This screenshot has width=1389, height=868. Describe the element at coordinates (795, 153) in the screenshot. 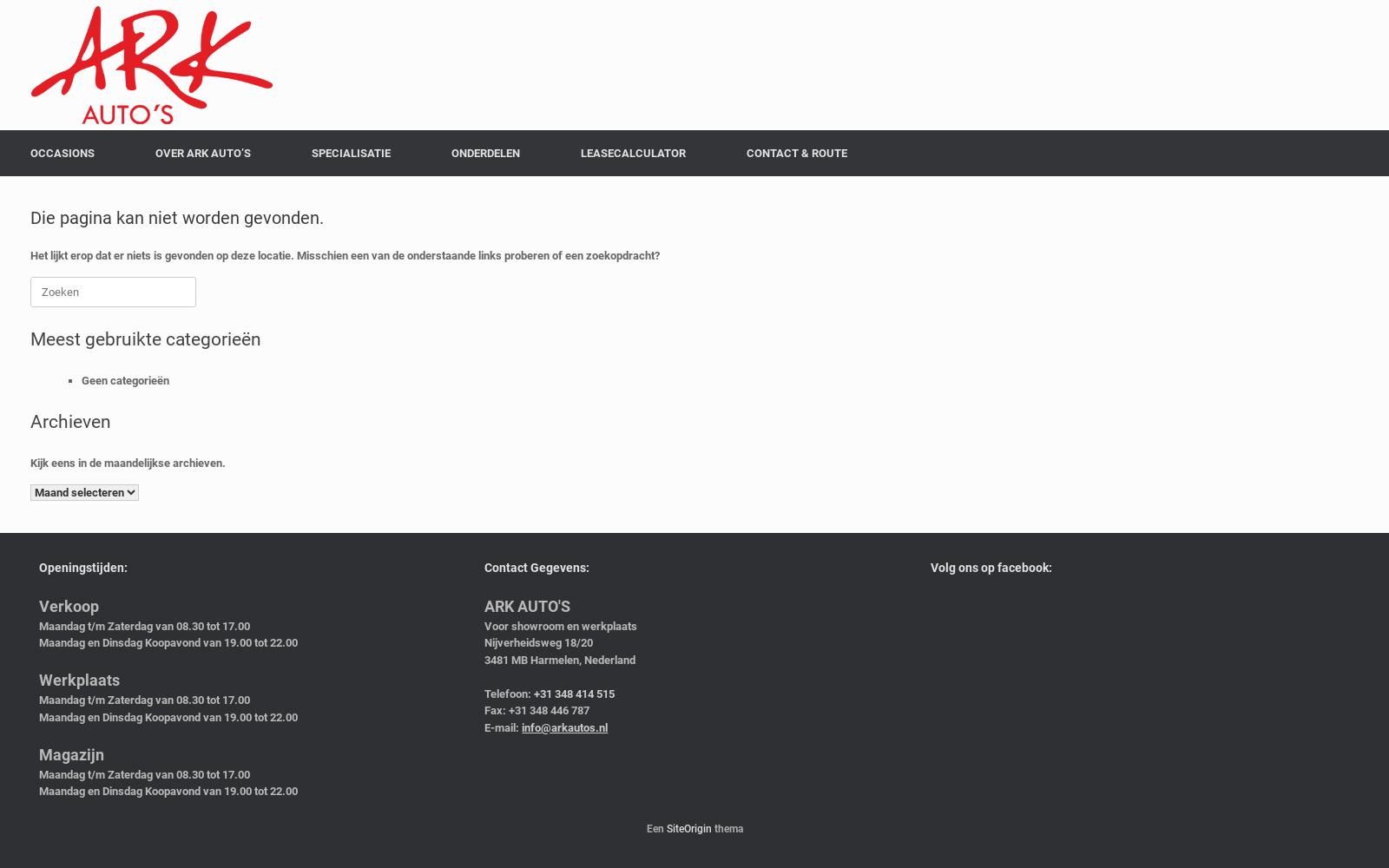

I see `'CONTACT & ROUTE'` at that location.